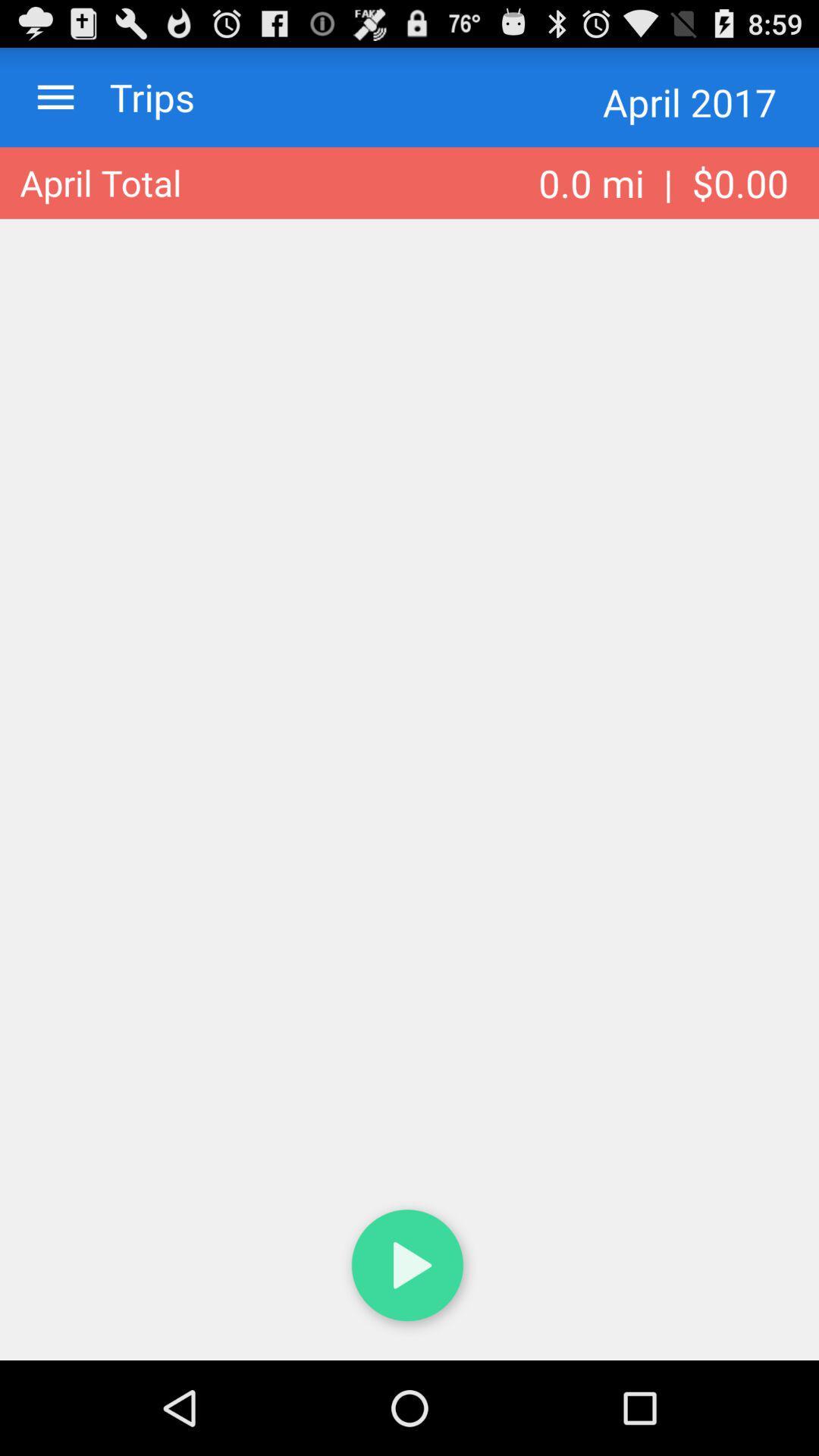 The height and width of the screenshot is (1456, 819). What do you see at coordinates (137, 96) in the screenshot?
I see `app above the april total app` at bounding box center [137, 96].